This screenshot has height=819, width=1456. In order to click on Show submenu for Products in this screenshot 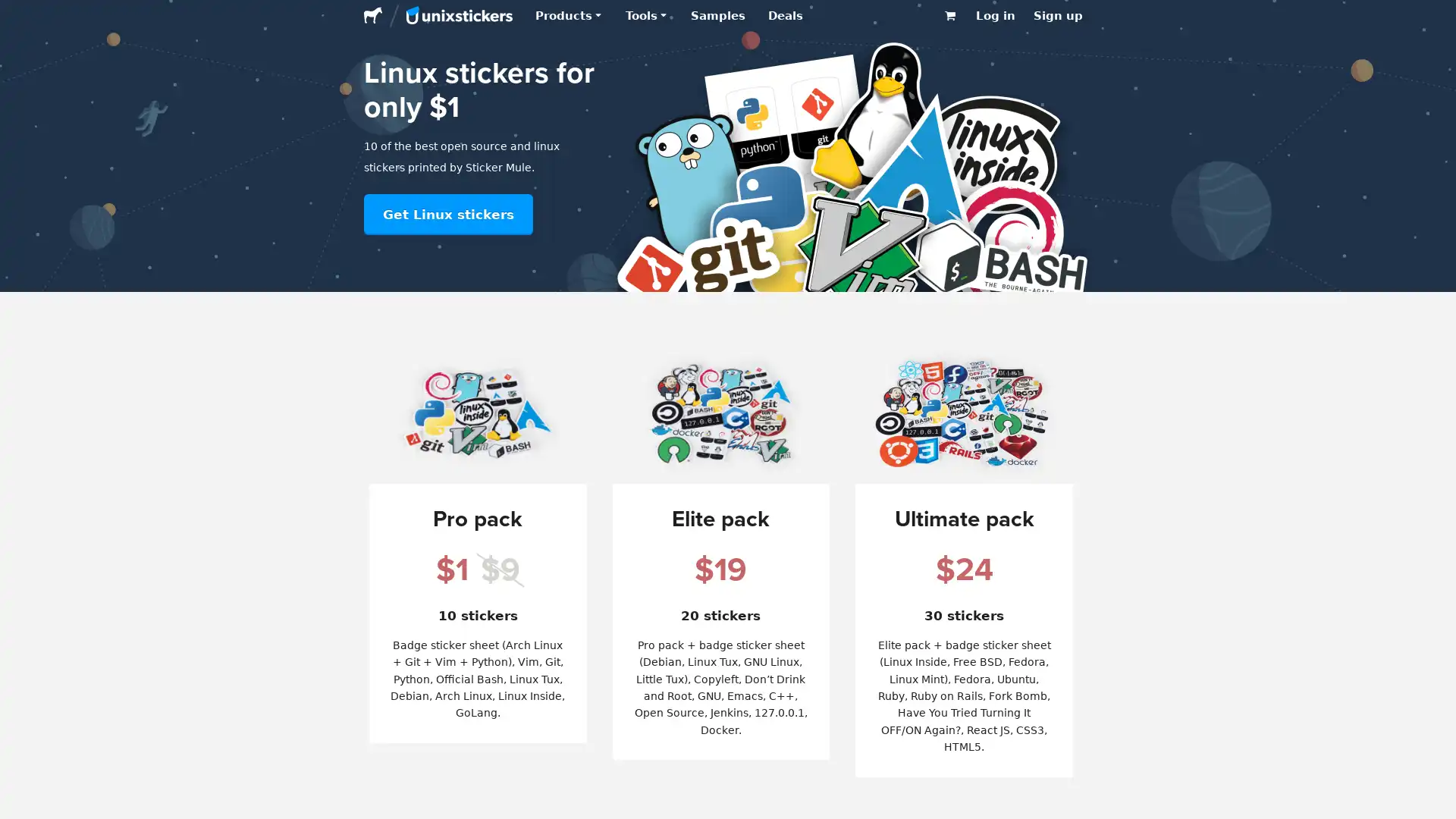, I will do `click(597, 15)`.